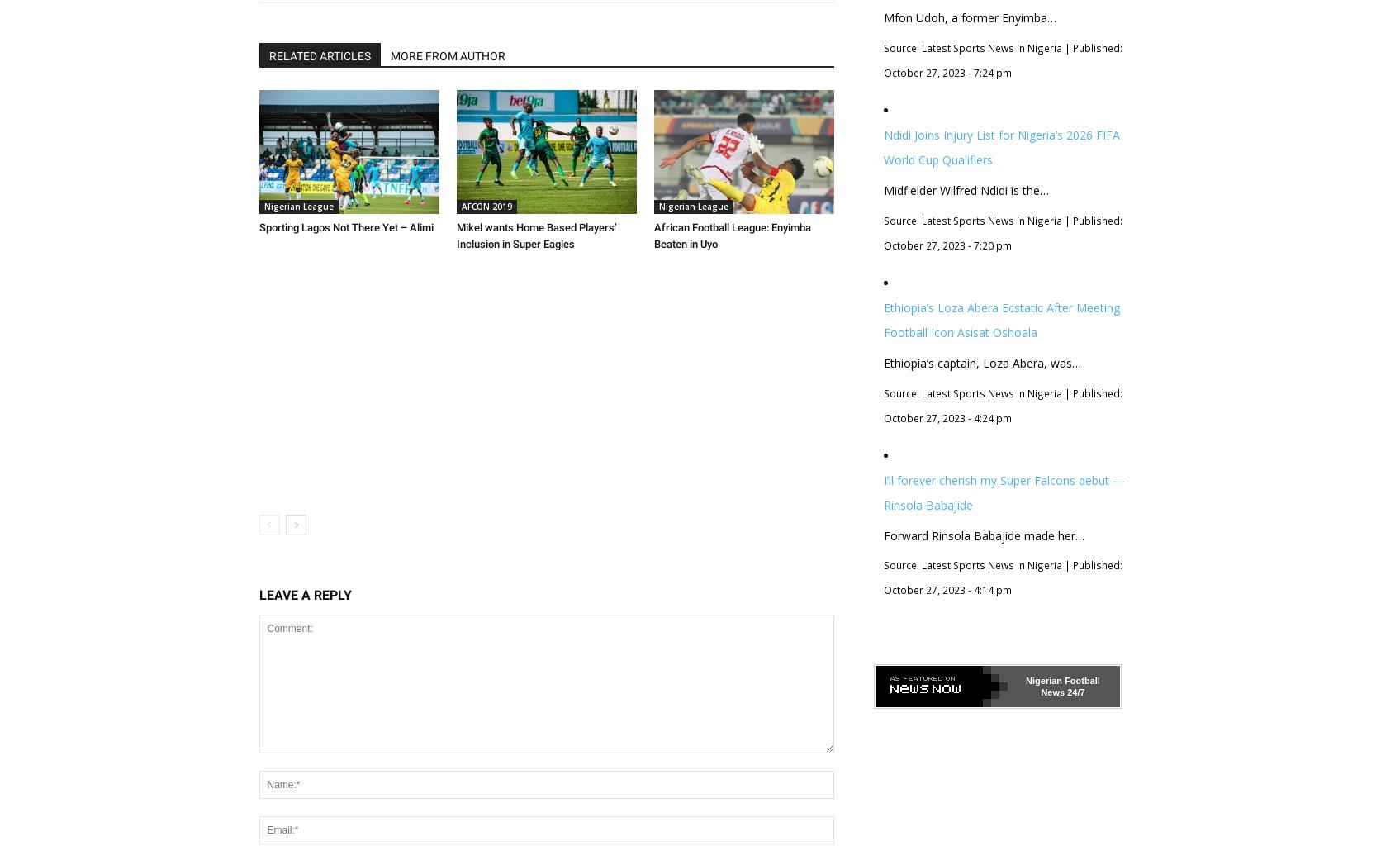 Image resolution: width=1400 pixels, height=846 pixels. What do you see at coordinates (965, 188) in the screenshot?
I see `'Midfielder Wilfred Ndidi is the…'` at bounding box center [965, 188].